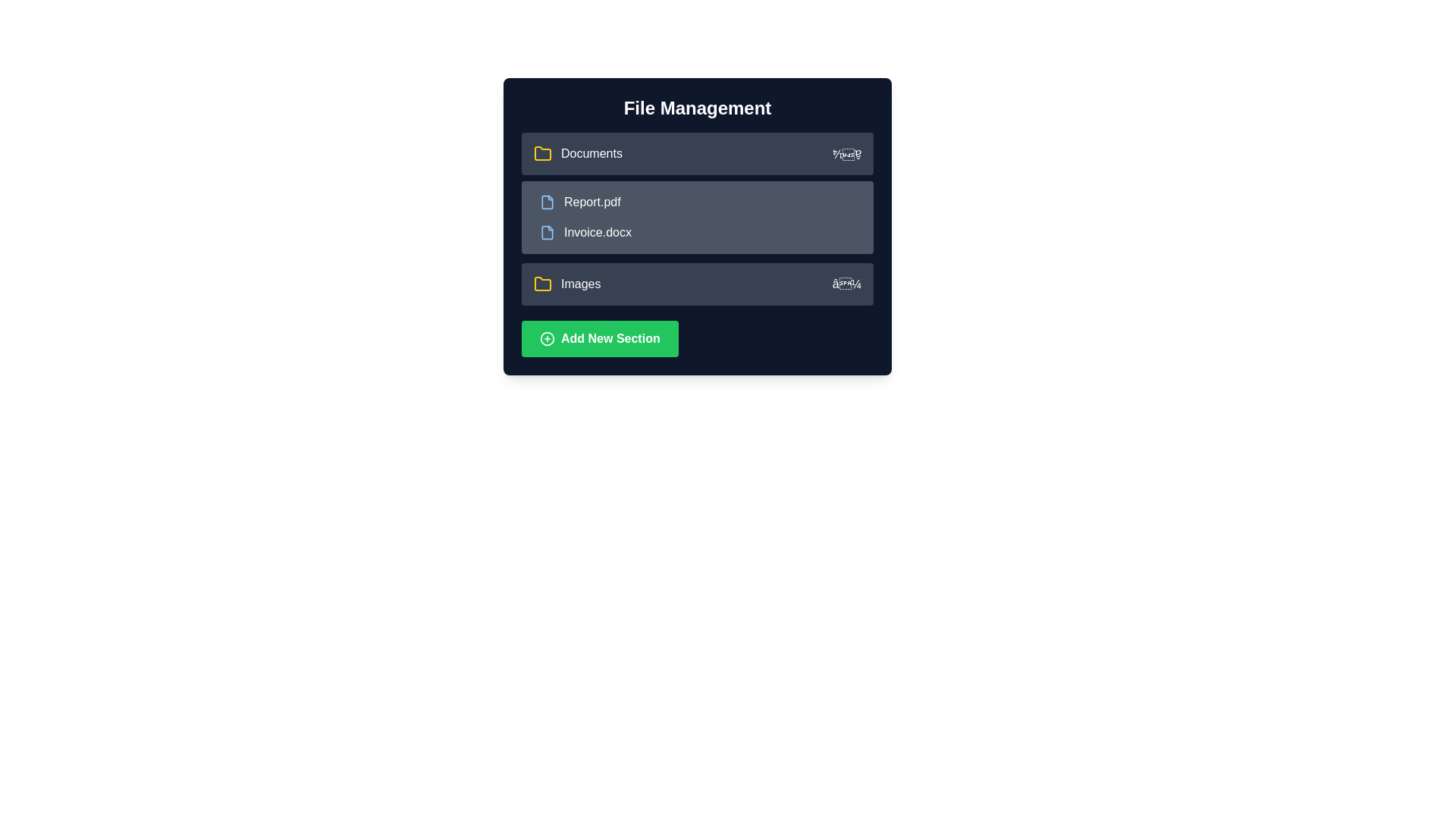 The height and width of the screenshot is (819, 1456). I want to click on the second file item titled 'Invoice.docx', so click(697, 233).